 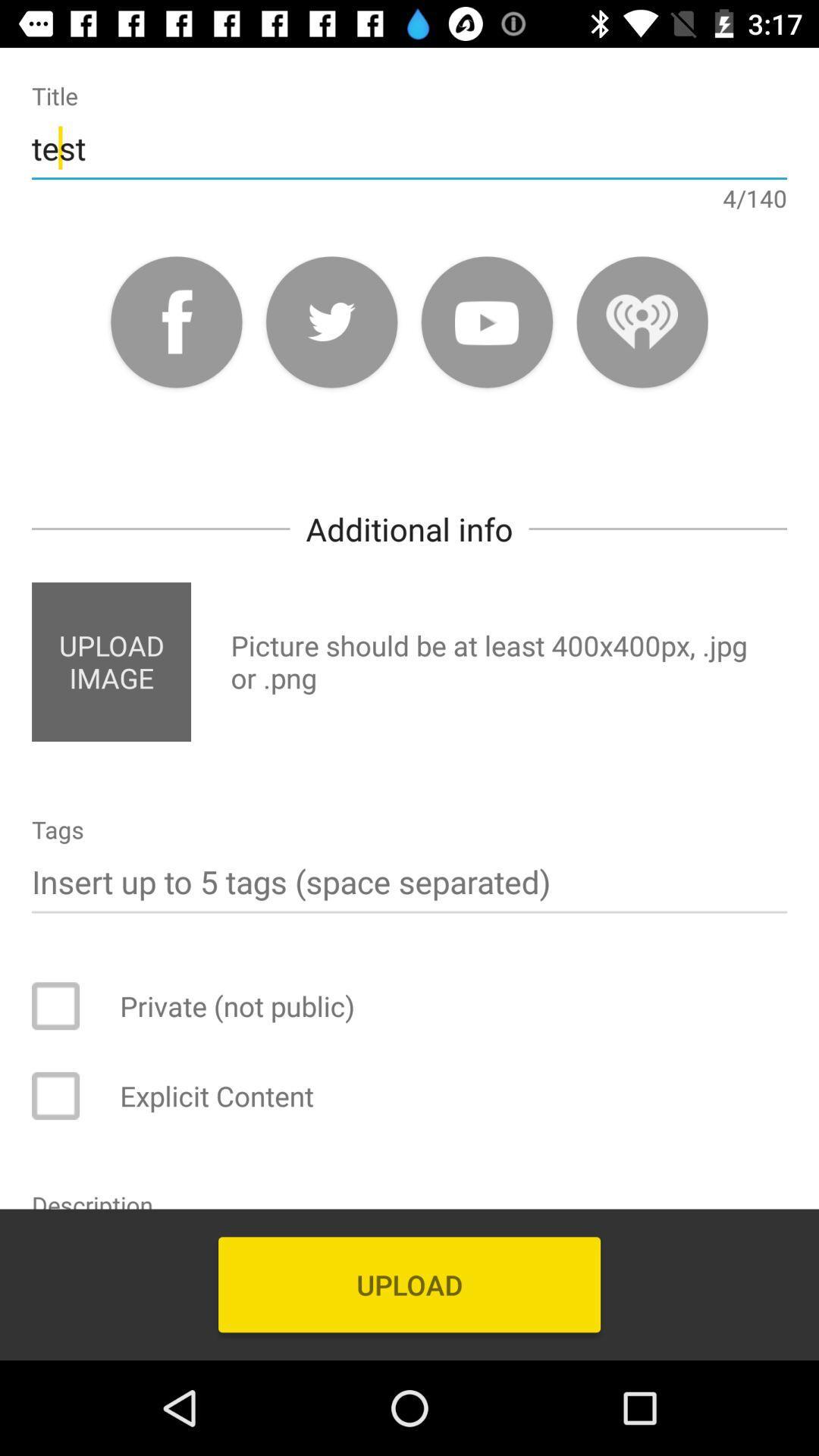 I want to click on share to facebook, so click(x=175, y=321).